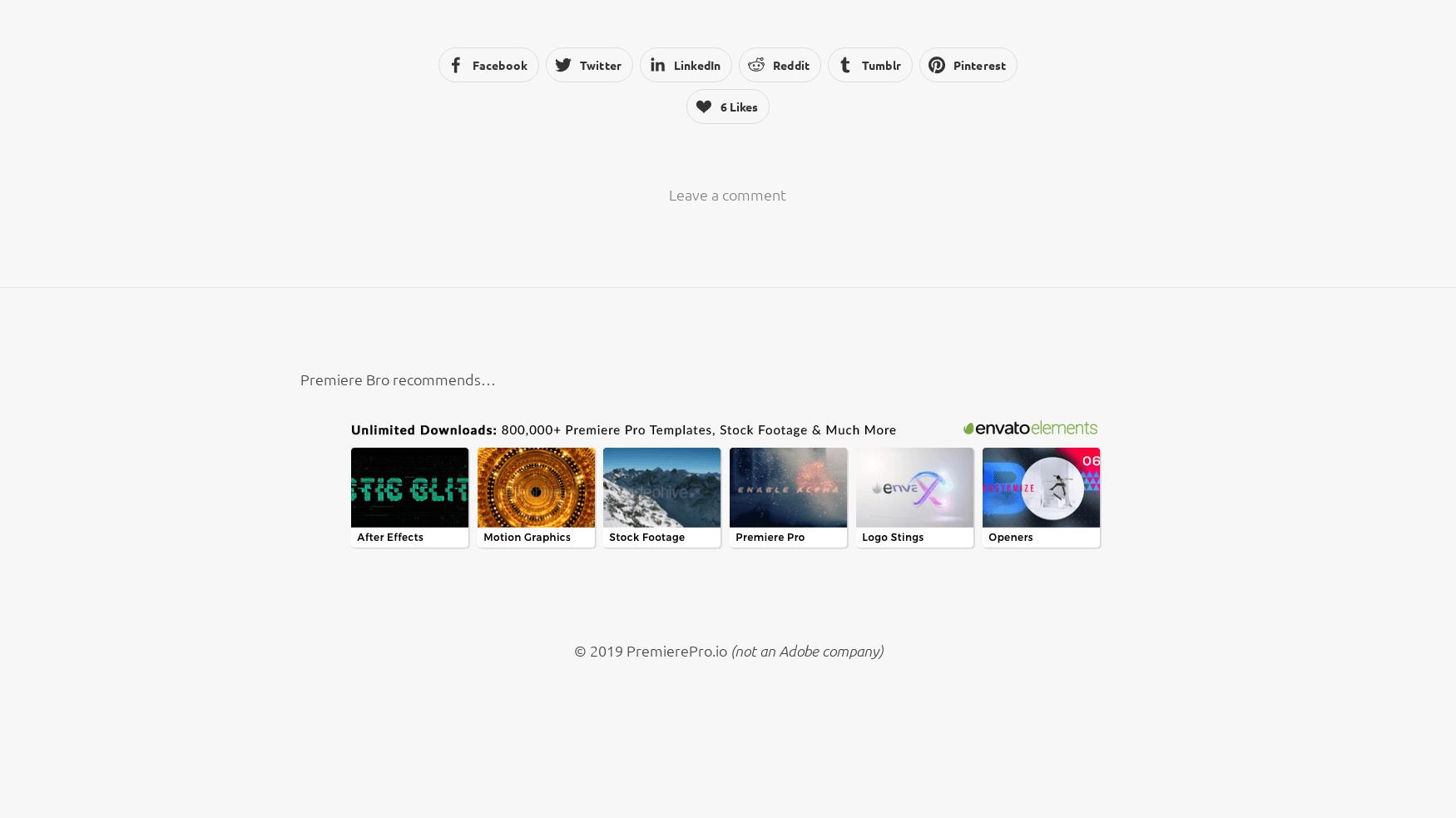 This screenshot has width=1456, height=818. Describe the element at coordinates (499, 63) in the screenshot. I see `'Facebook'` at that location.